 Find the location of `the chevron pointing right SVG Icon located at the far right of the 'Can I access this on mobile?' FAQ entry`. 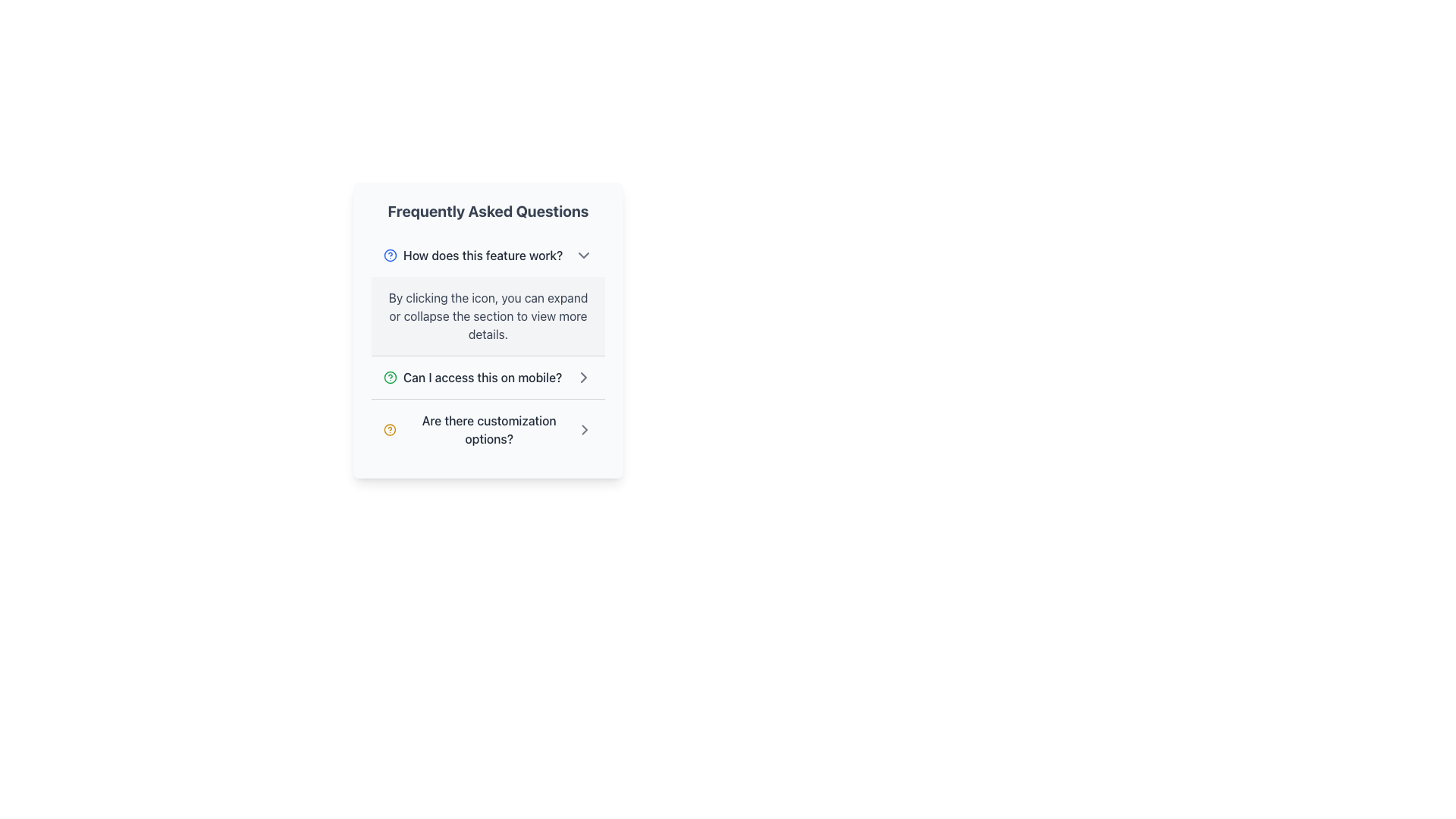

the chevron pointing right SVG Icon located at the far right of the 'Can I access this on mobile?' FAQ entry is located at coordinates (583, 430).